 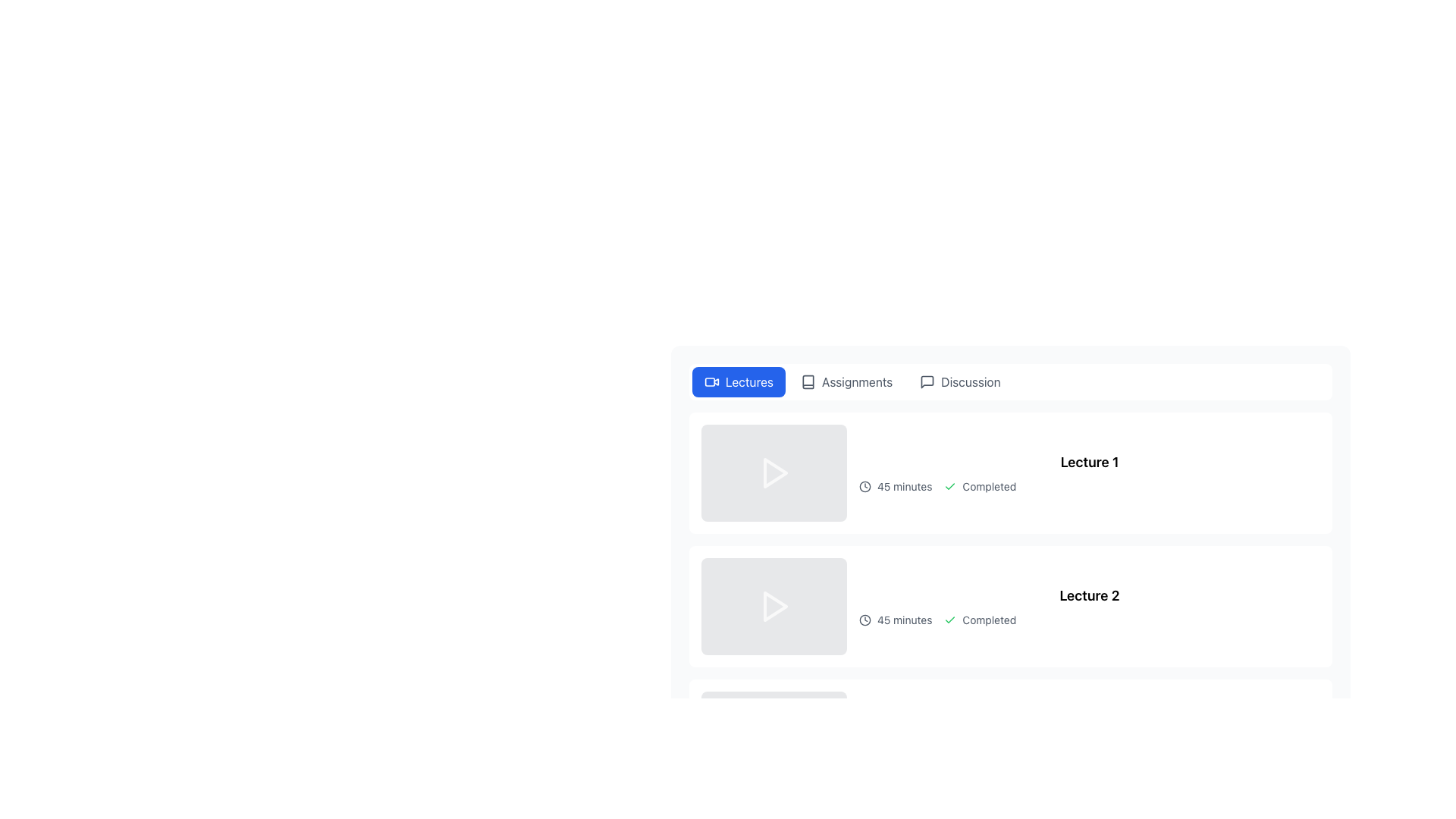 I want to click on the decorative icon indicating the purpose of the 'Lectures' button, which is related to video content, so click(x=711, y=381).